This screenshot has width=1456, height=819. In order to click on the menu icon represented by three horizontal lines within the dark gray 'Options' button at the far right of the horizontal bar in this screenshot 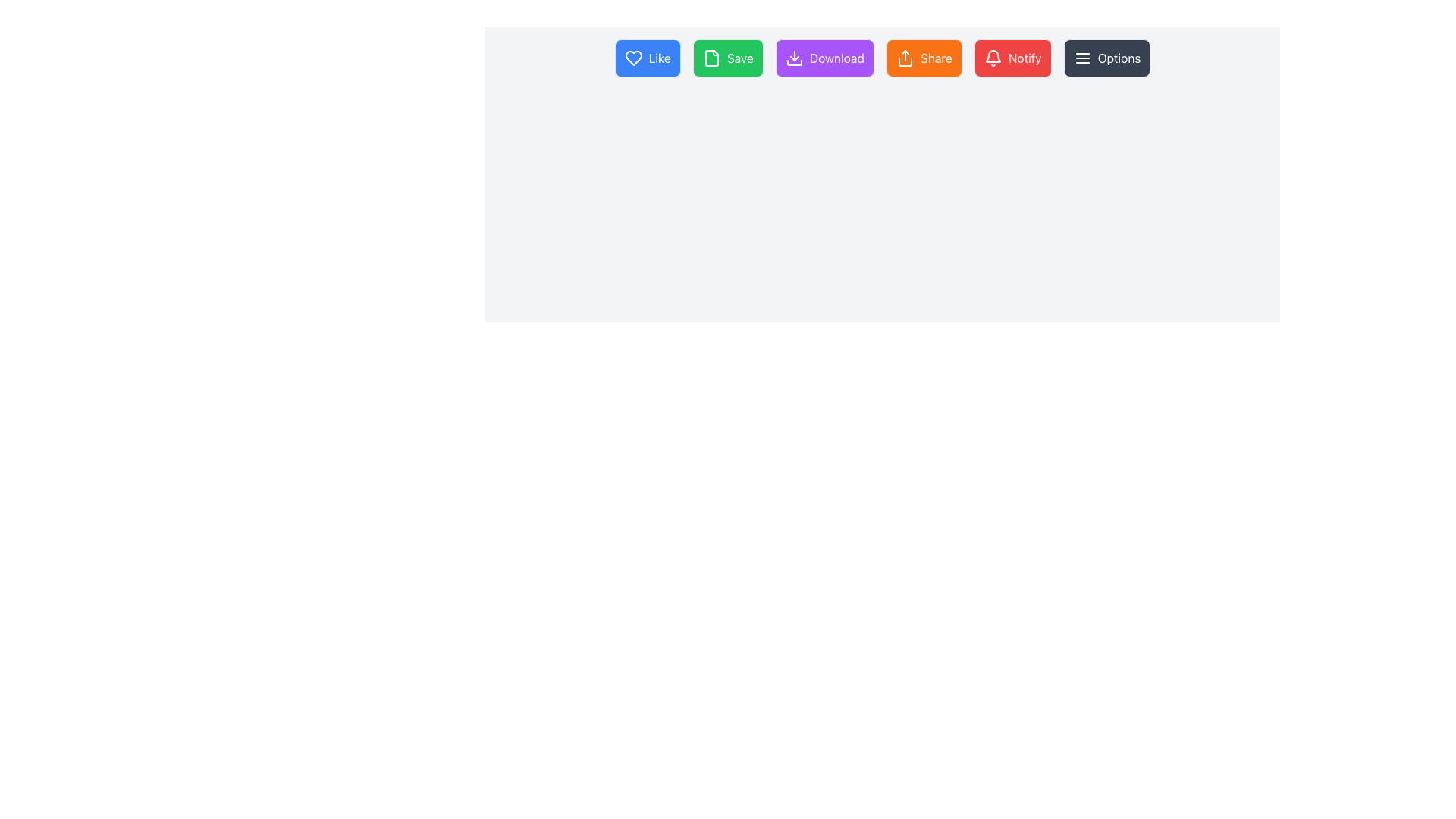, I will do `click(1081, 58)`.